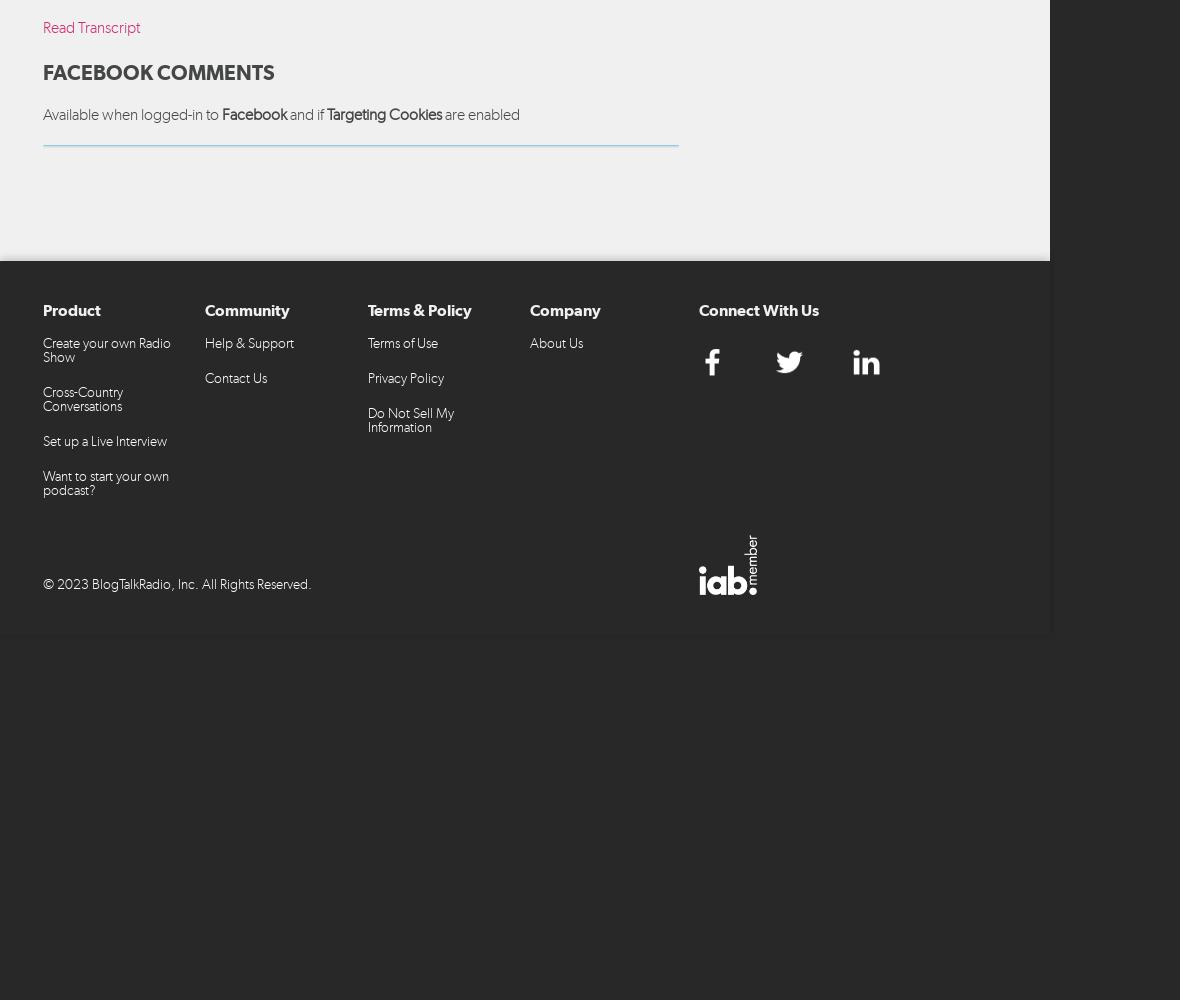 This screenshot has width=1180, height=1000. What do you see at coordinates (254, 112) in the screenshot?
I see `'Facebook'` at bounding box center [254, 112].